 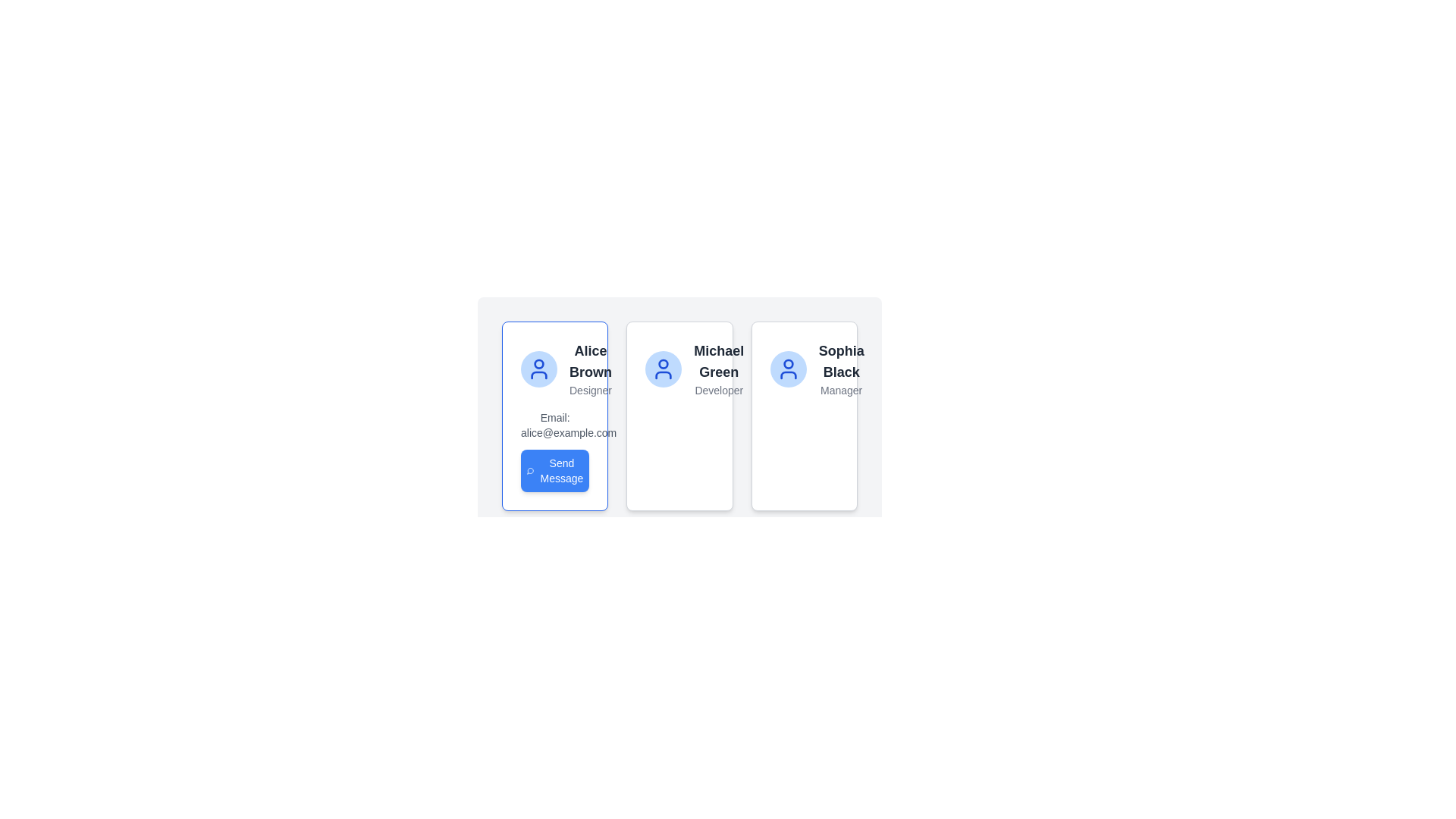 What do you see at coordinates (840, 362) in the screenshot?
I see `the text element displaying 'Sophia Black' in bold, dark gray font` at bounding box center [840, 362].